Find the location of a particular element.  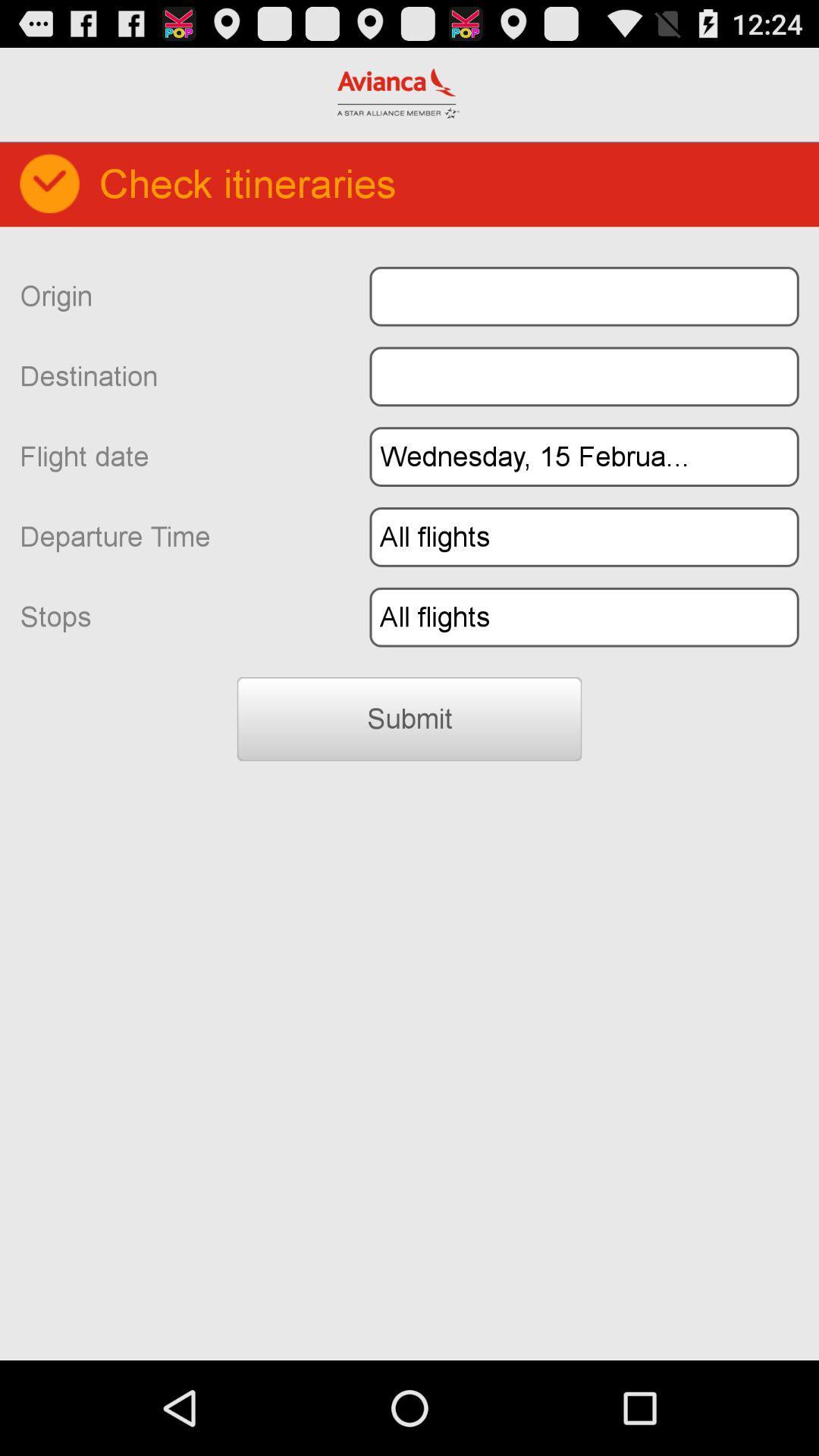

destination input is located at coordinates (583, 376).